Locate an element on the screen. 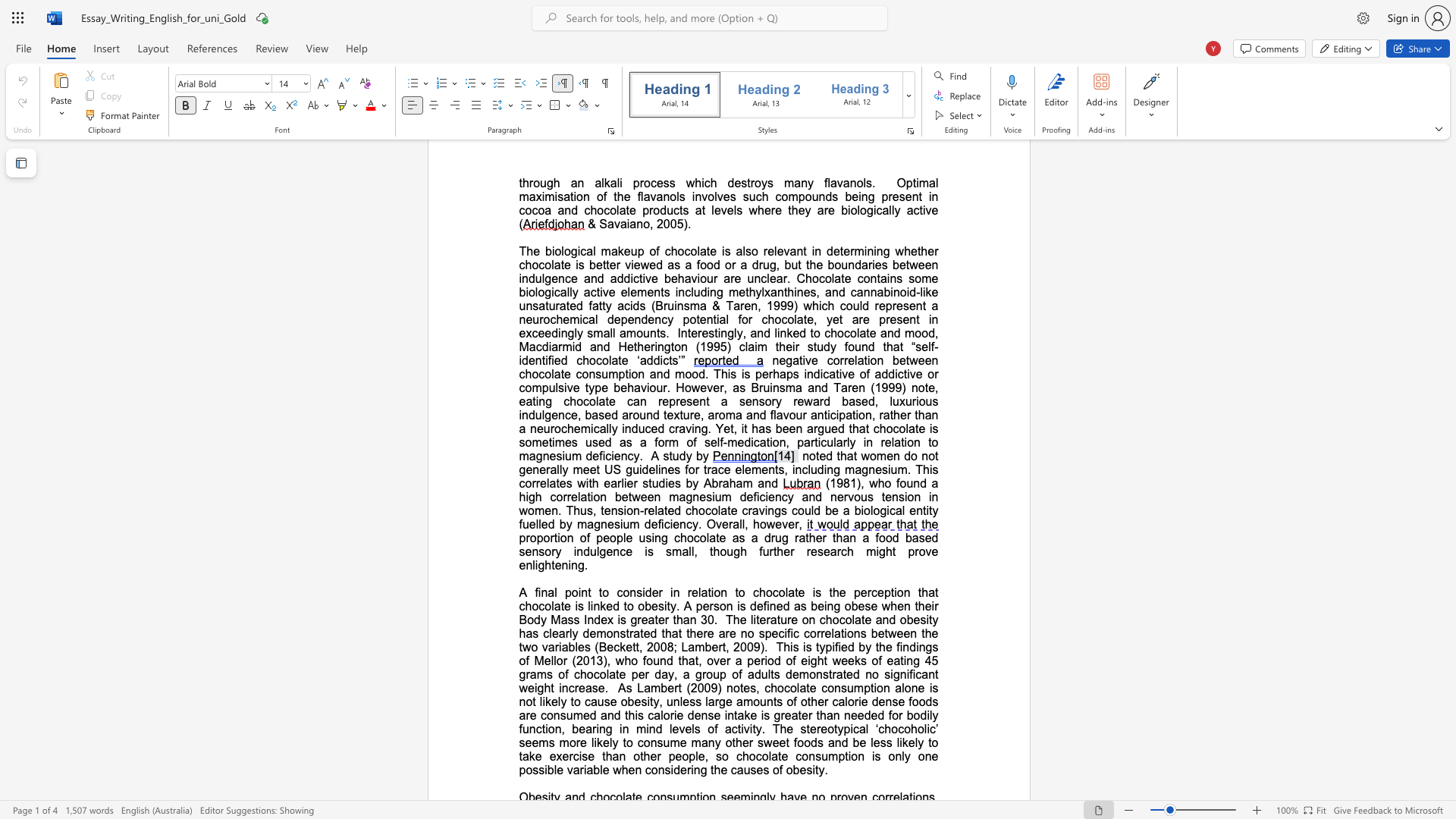  the subset text "al" within the text "generally meet" is located at coordinates (549, 469).